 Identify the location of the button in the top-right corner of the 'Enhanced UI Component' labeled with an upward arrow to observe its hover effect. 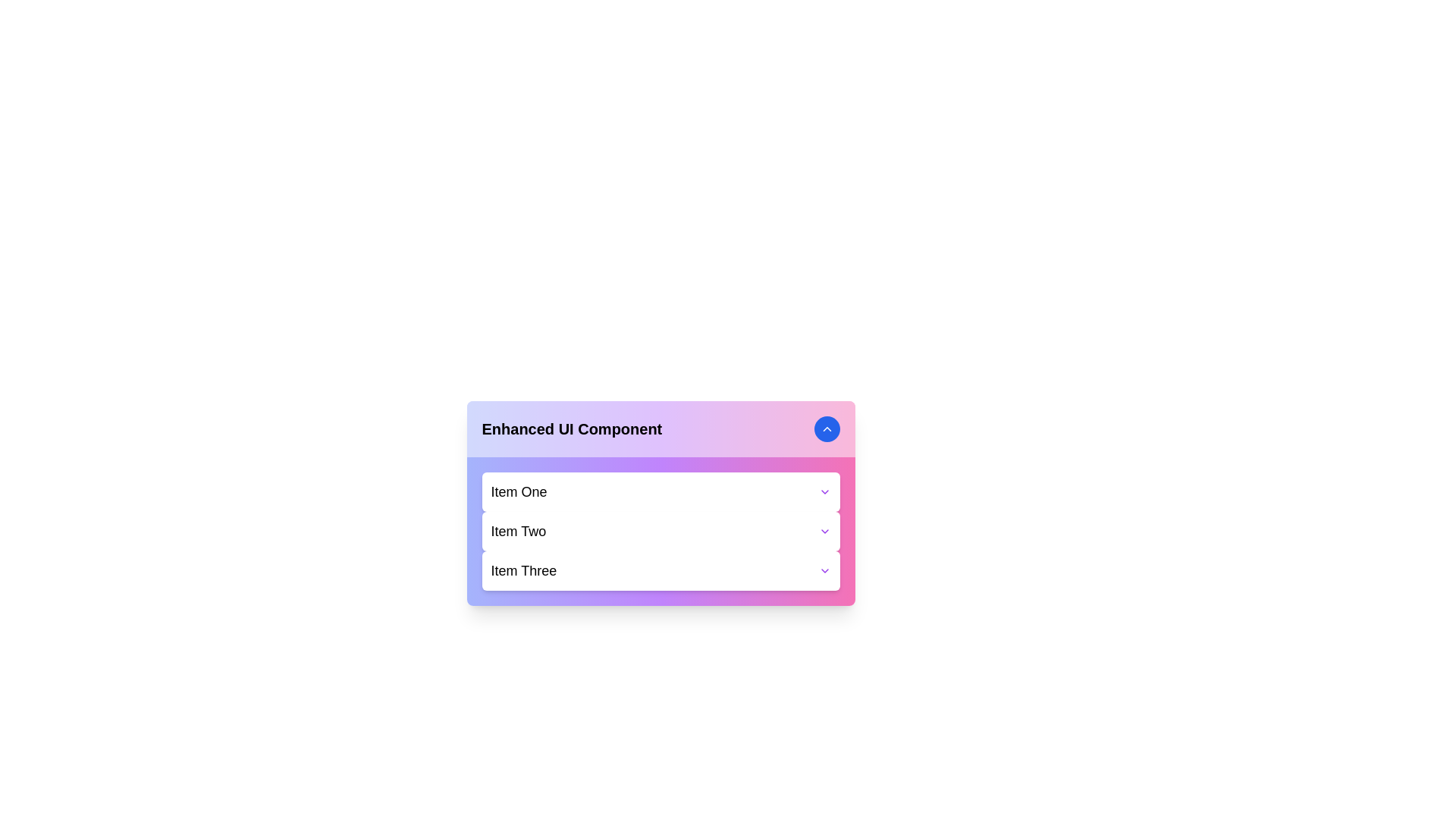
(826, 429).